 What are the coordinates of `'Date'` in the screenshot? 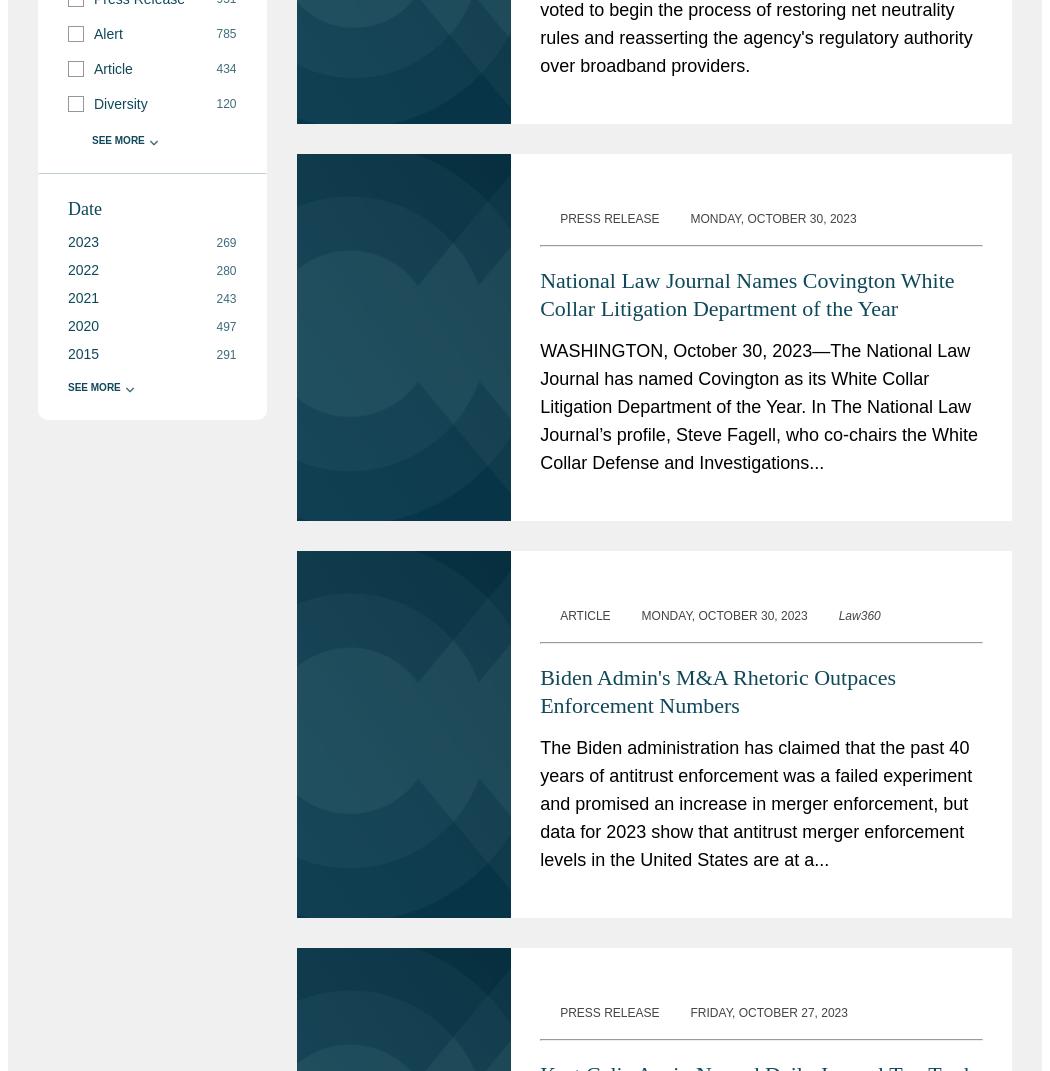 It's located at (84, 207).